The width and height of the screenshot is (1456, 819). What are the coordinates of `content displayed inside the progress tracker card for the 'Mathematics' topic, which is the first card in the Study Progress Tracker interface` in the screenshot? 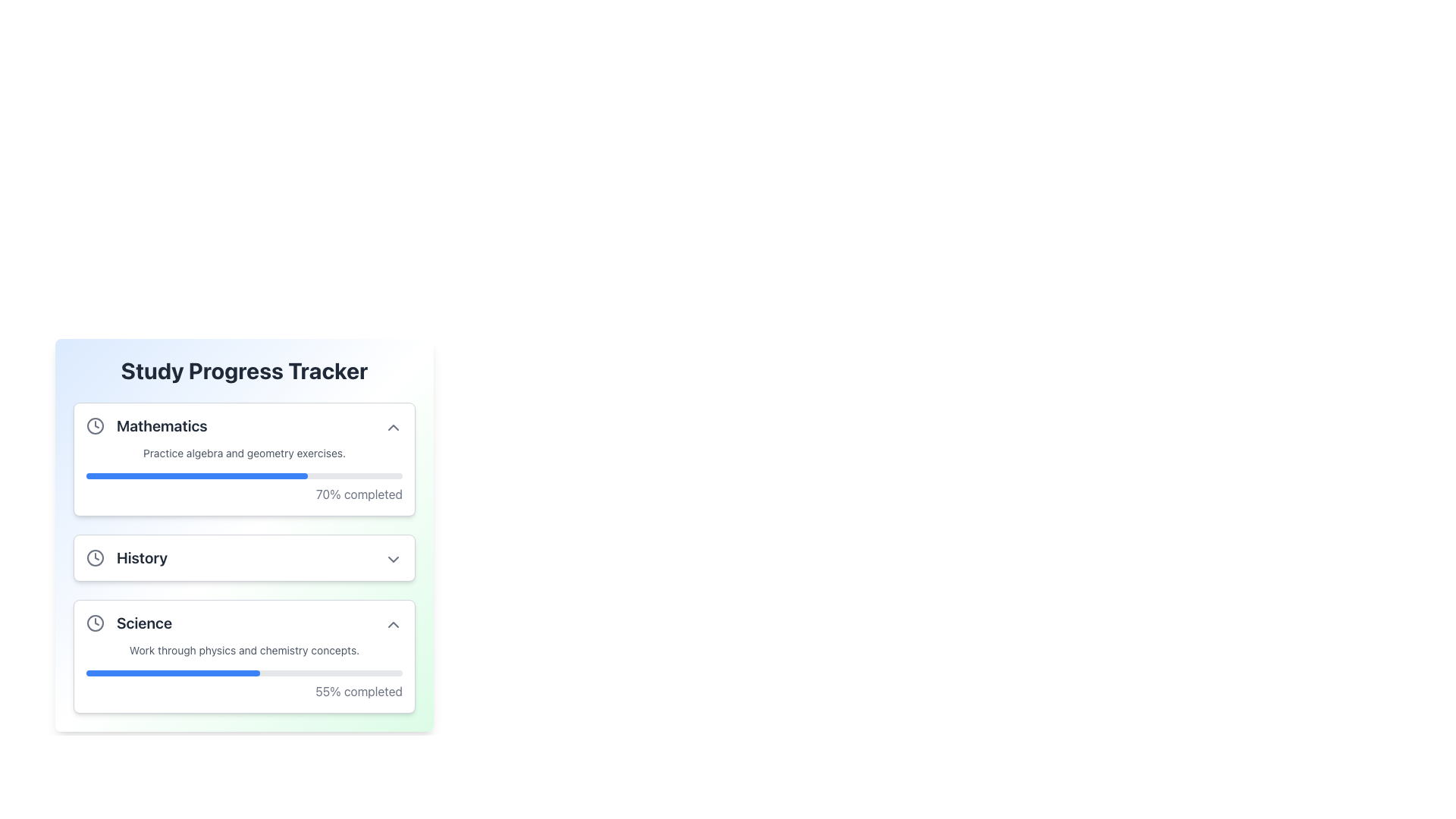 It's located at (244, 458).